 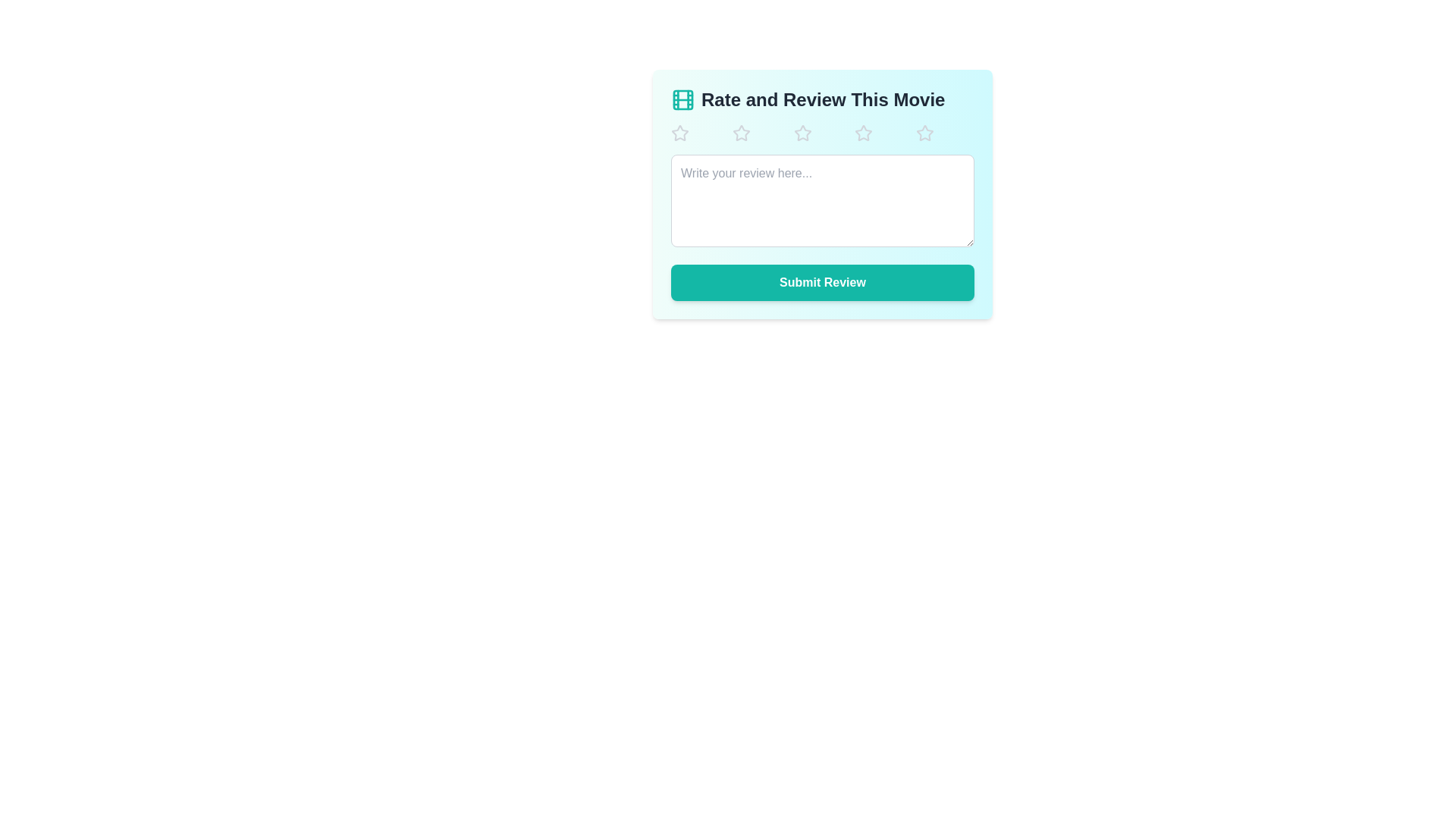 I want to click on the star corresponding to 5 to set the movie rating, so click(x=945, y=133).